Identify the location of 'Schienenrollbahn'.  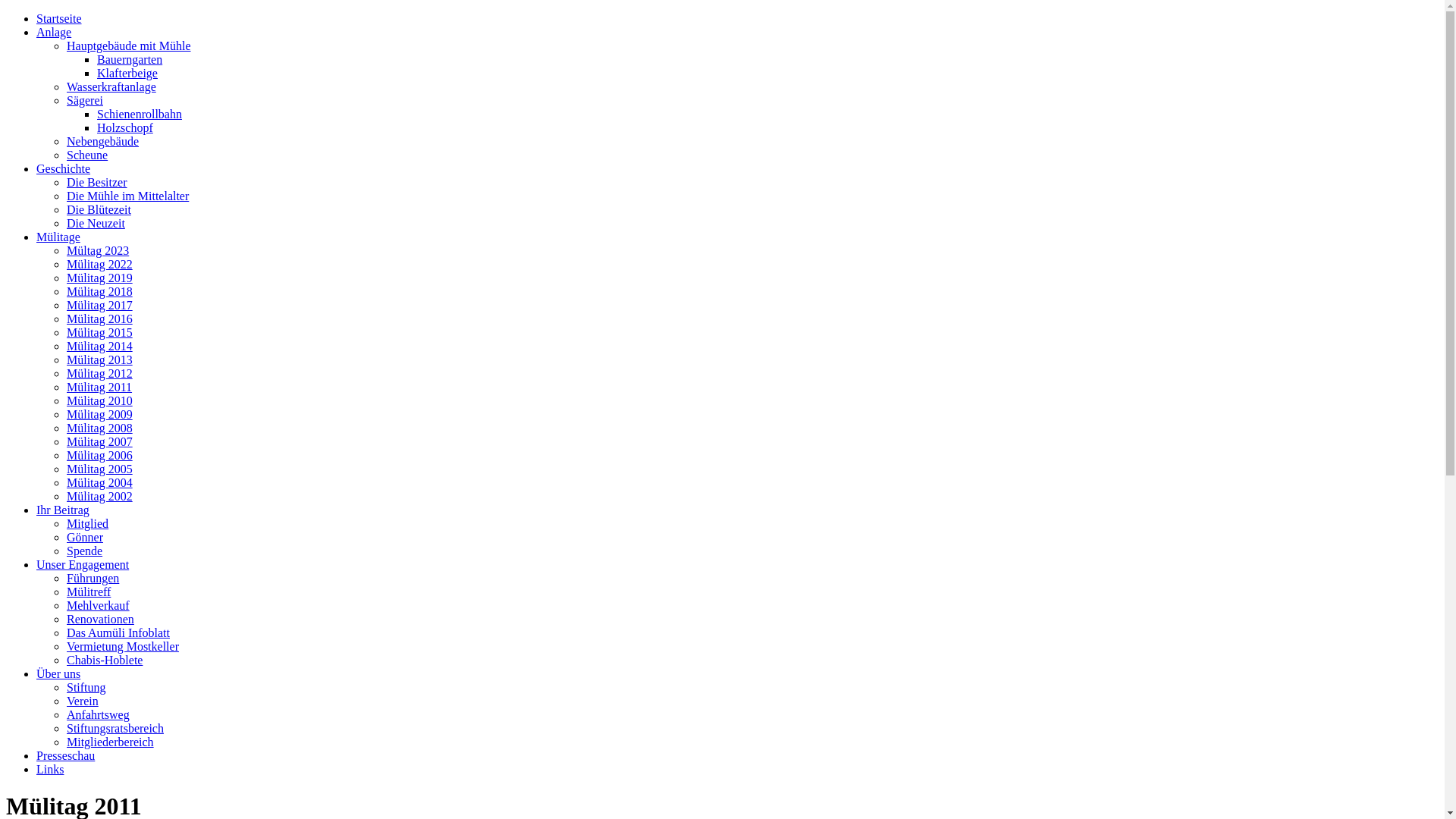
(139, 113).